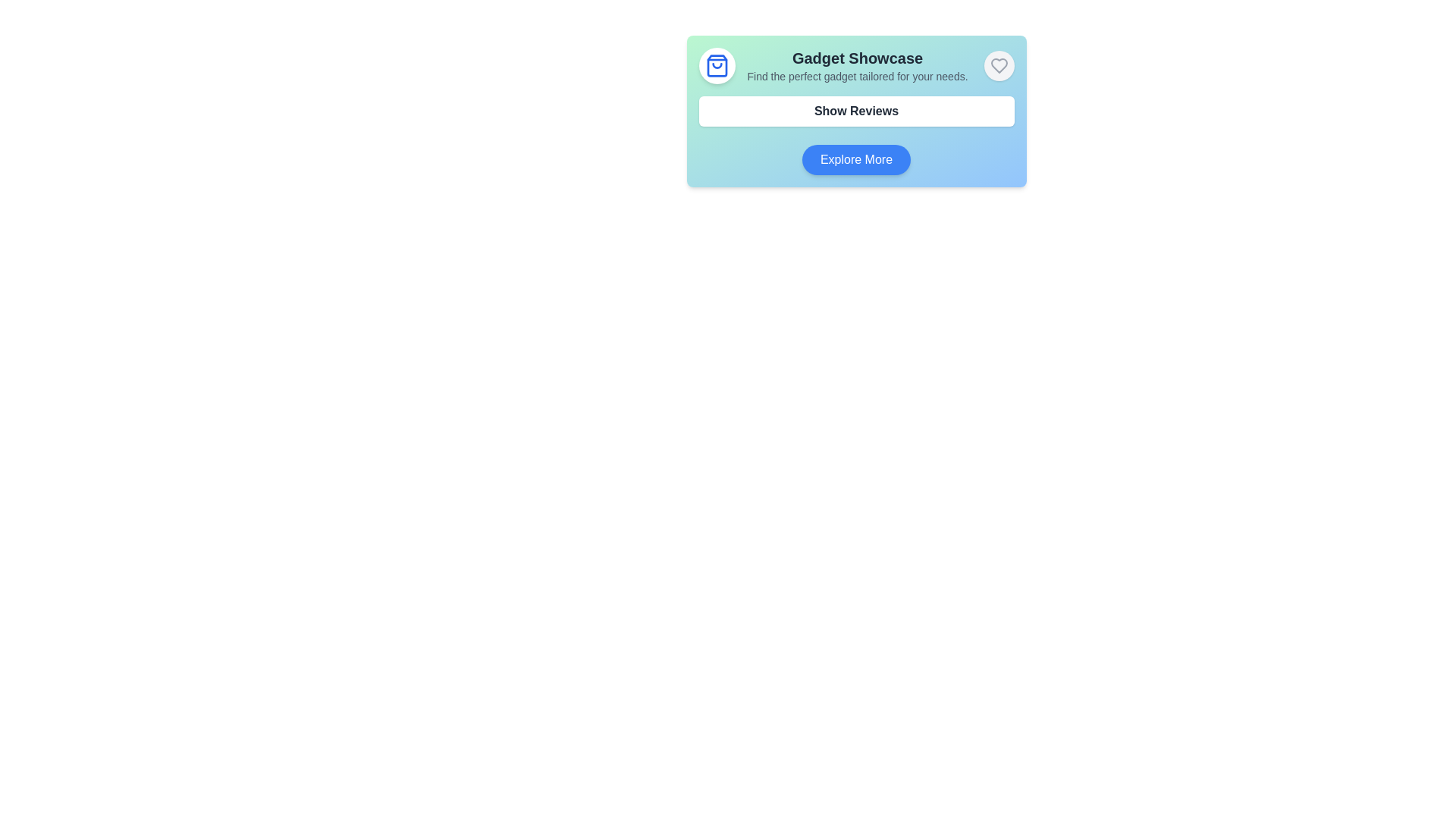 The width and height of the screenshot is (1456, 819). I want to click on the Header block displaying the title 'Gadget Showcase' and subtitle 'Find the perfect gadget tailored for your needs.' positioned at the top center of the interface, so click(856, 65).